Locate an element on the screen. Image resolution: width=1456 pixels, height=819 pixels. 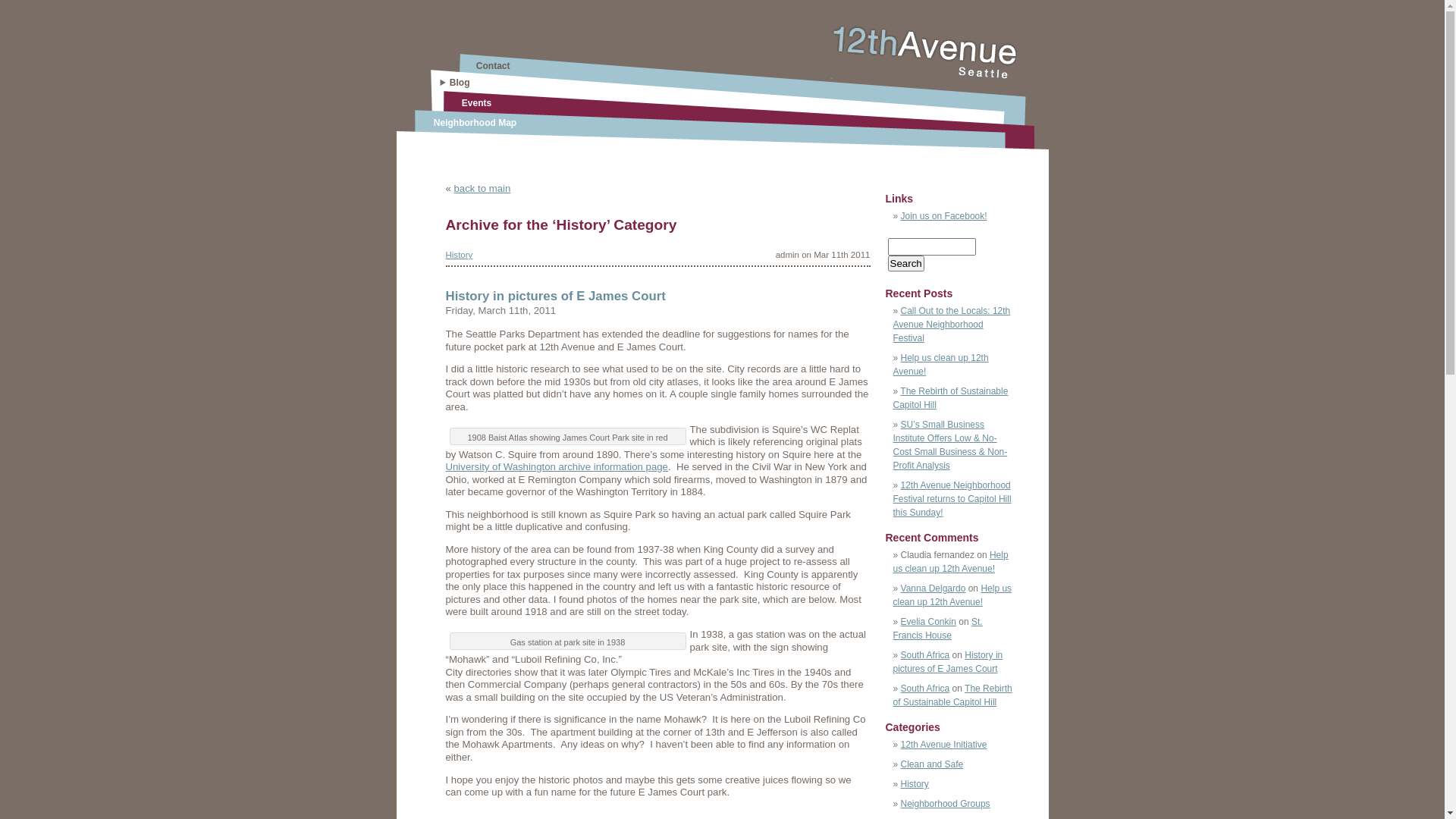
'12th Avenue Home' is located at coordinates (829, 74).